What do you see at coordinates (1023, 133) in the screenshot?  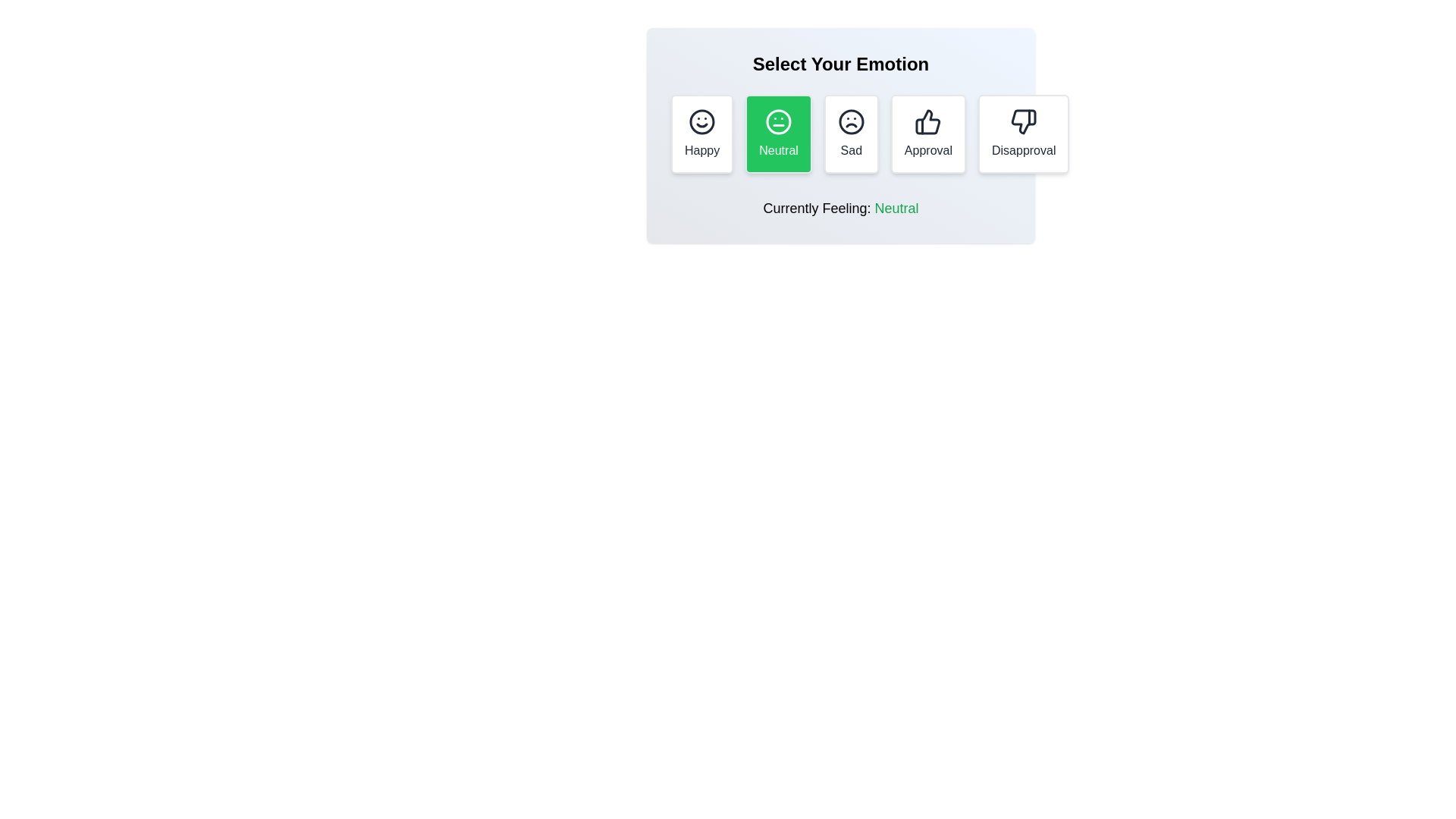 I see `the Disapproval button to select the corresponding reaction` at bounding box center [1023, 133].